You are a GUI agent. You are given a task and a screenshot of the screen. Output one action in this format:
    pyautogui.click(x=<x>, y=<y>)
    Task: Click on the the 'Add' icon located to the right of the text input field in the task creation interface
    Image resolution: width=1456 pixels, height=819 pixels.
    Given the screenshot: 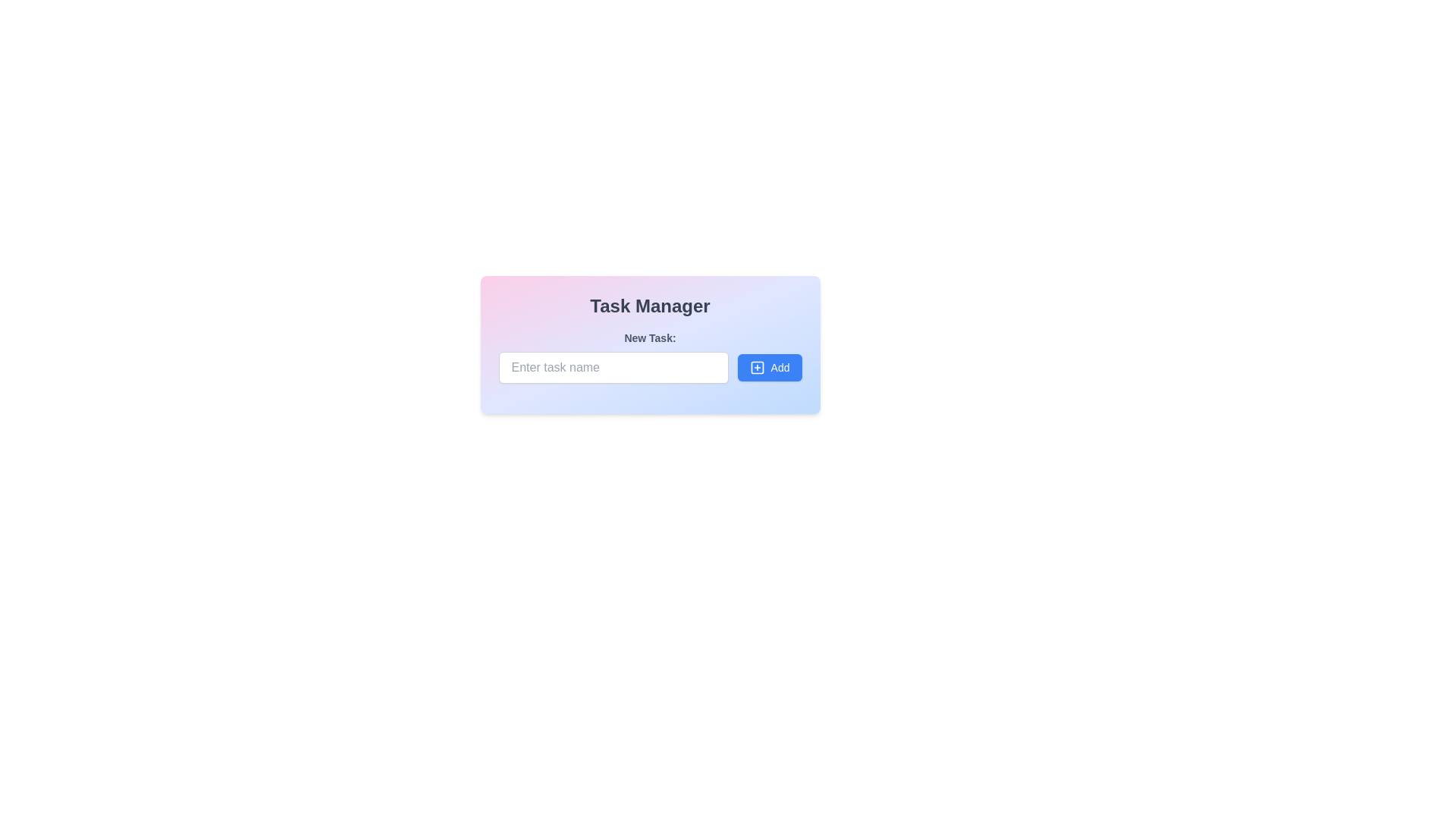 What is the action you would take?
    pyautogui.click(x=757, y=368)
    